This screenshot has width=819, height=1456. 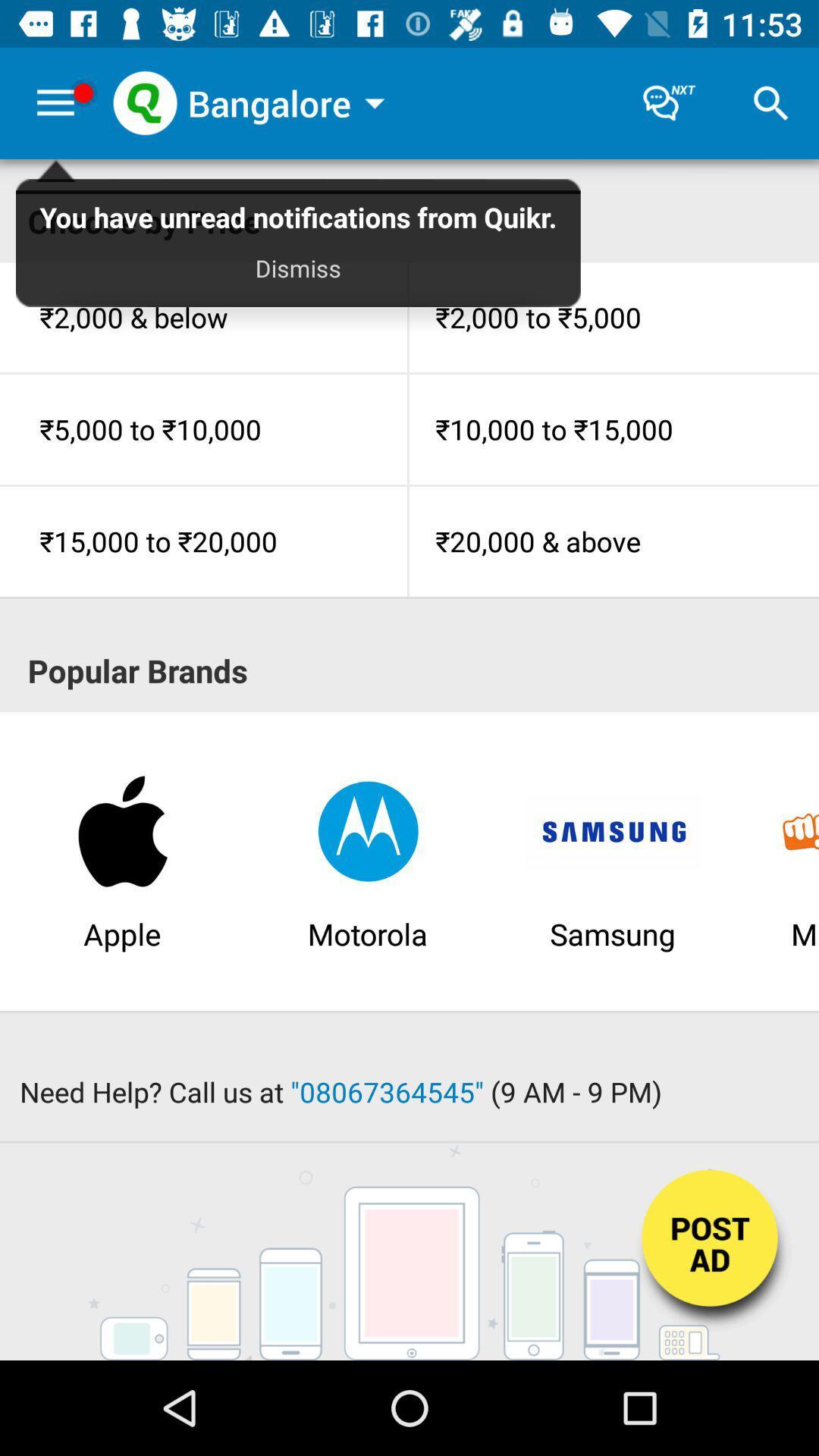 I want to click on post advertisement button, so click(x=711, y=1253).